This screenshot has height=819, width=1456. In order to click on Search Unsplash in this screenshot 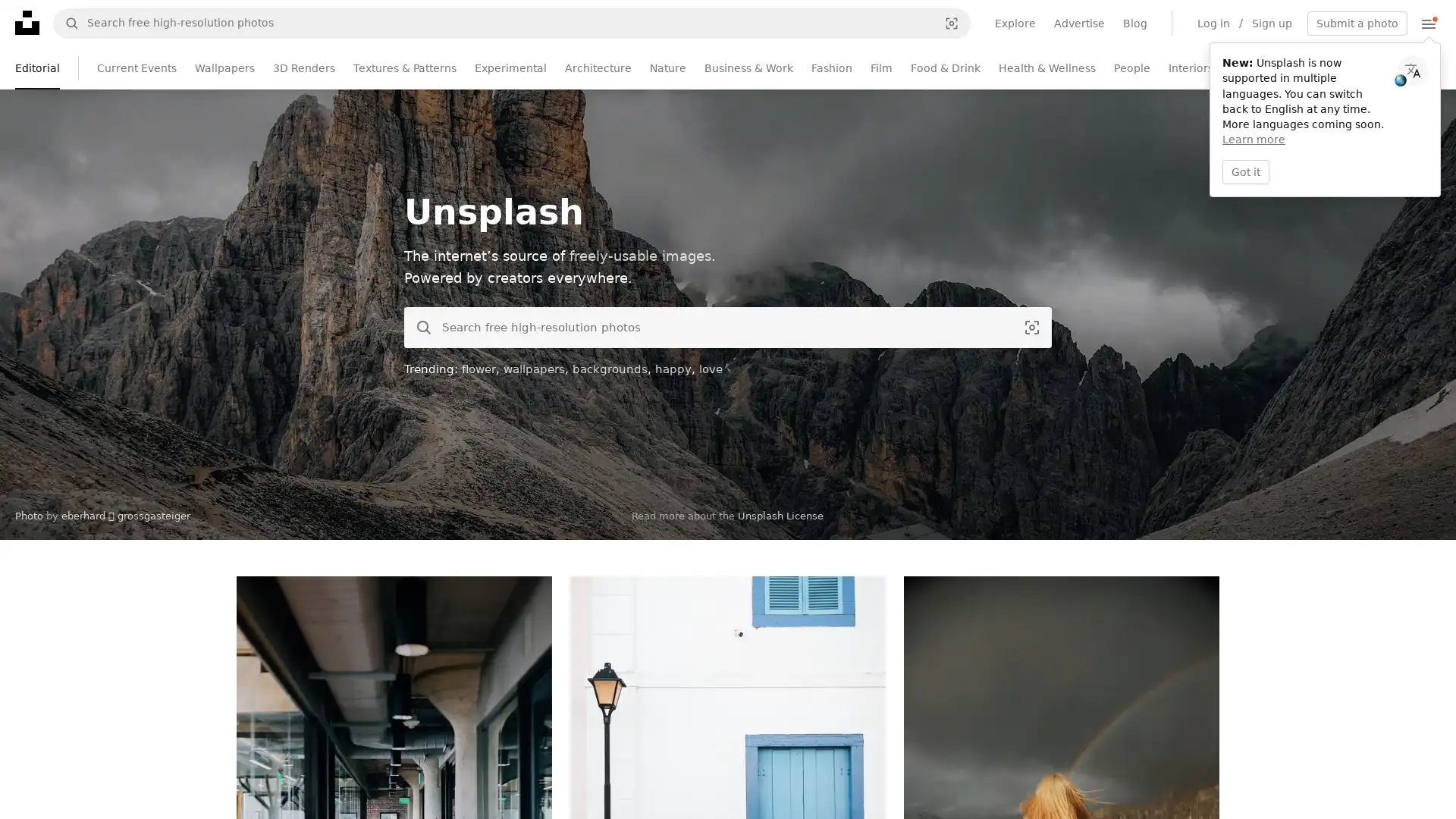, I will do `click(65, 23)`.